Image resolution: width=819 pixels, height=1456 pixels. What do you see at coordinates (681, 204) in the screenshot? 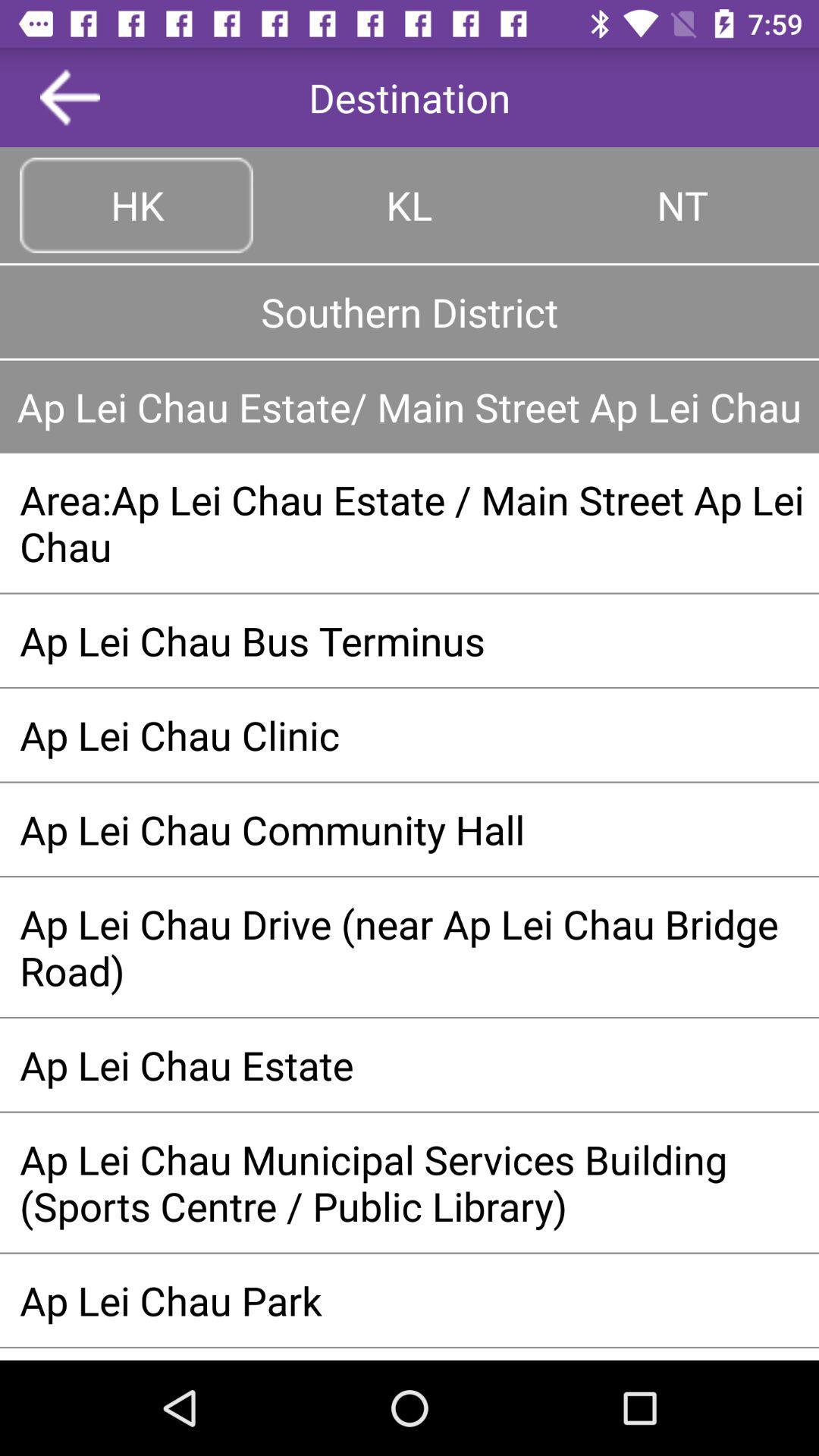
I see `item next to the kl item` at bounding box center [681, 204].